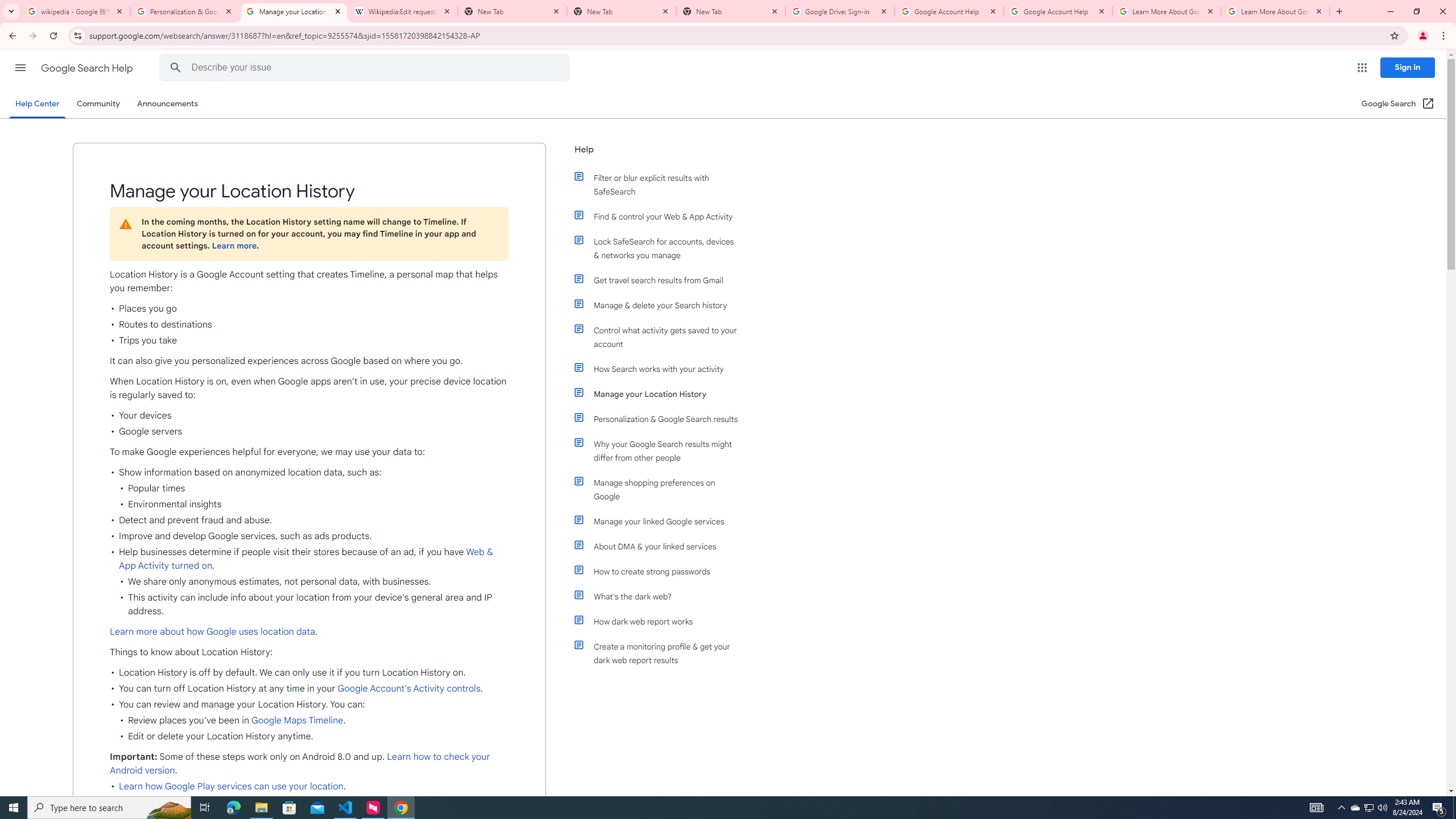  I want to click on 'Community', so click(97, 103).